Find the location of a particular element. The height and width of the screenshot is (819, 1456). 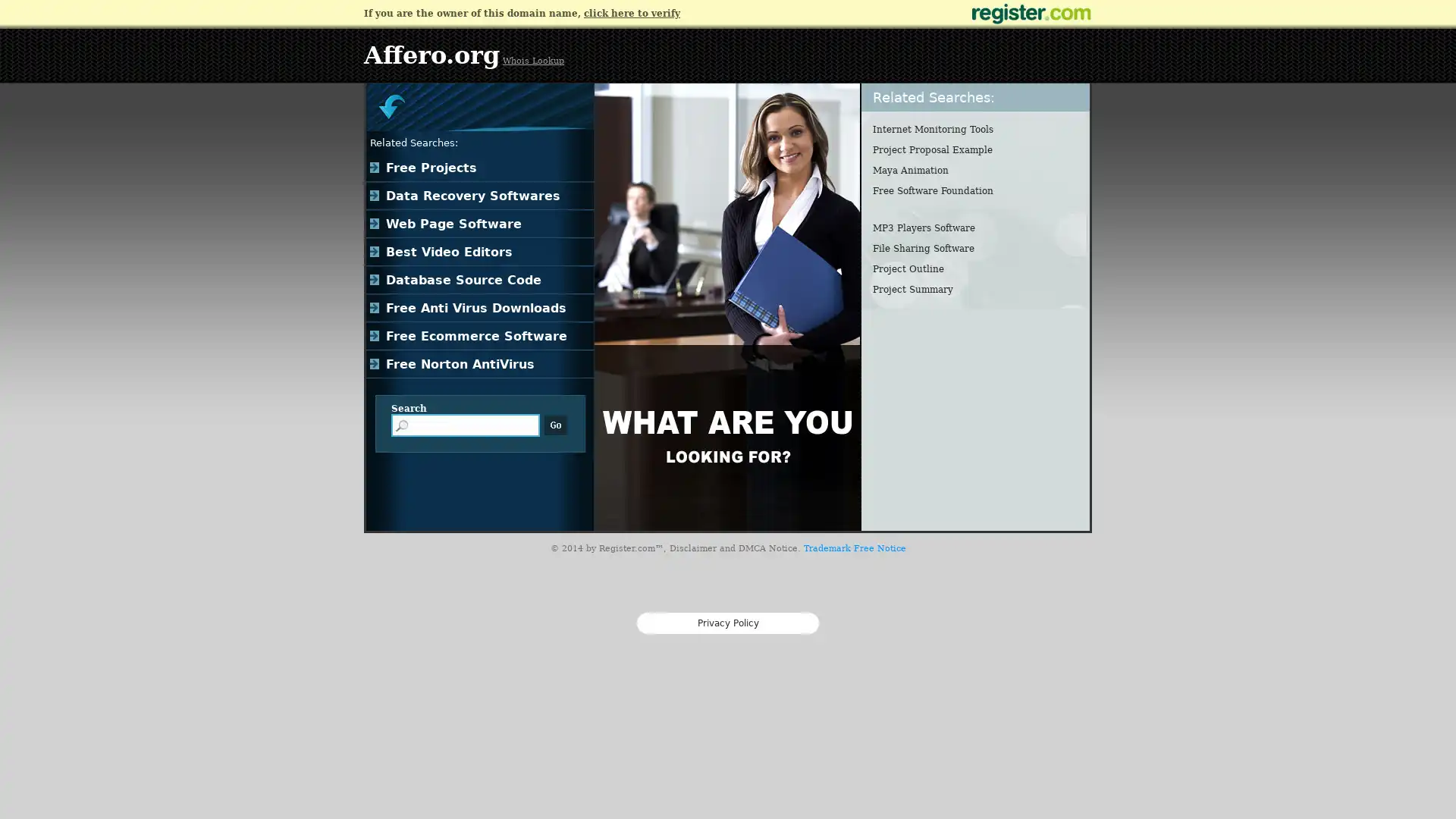

Go is located at coordinates (555, 425).